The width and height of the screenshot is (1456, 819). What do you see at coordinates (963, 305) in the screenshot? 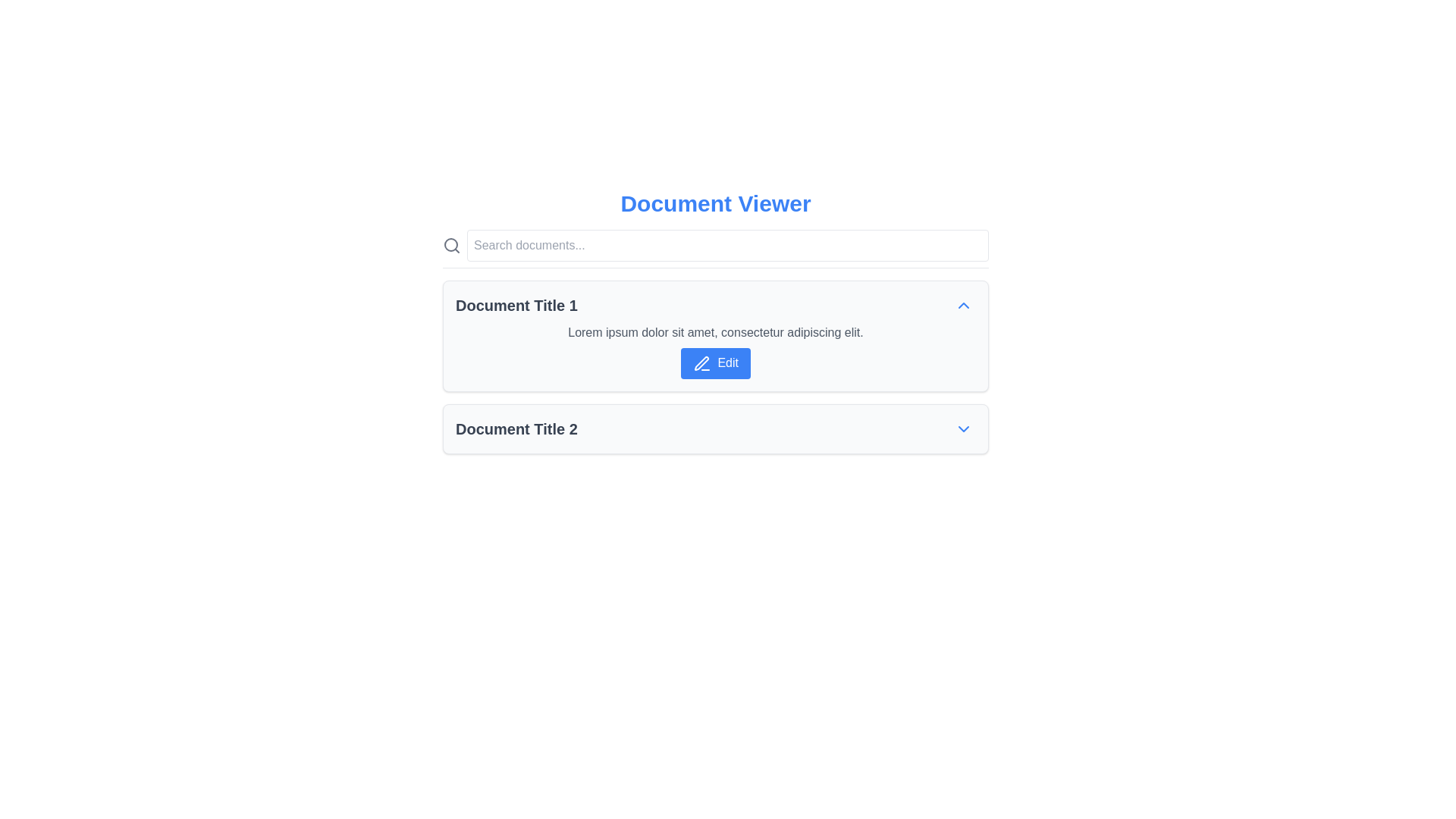
I see `the upward pointing chevron icon styled as a button located at the upper-right corner of the section displaying 'Document Title 1'` at bounding box center [963, 305].